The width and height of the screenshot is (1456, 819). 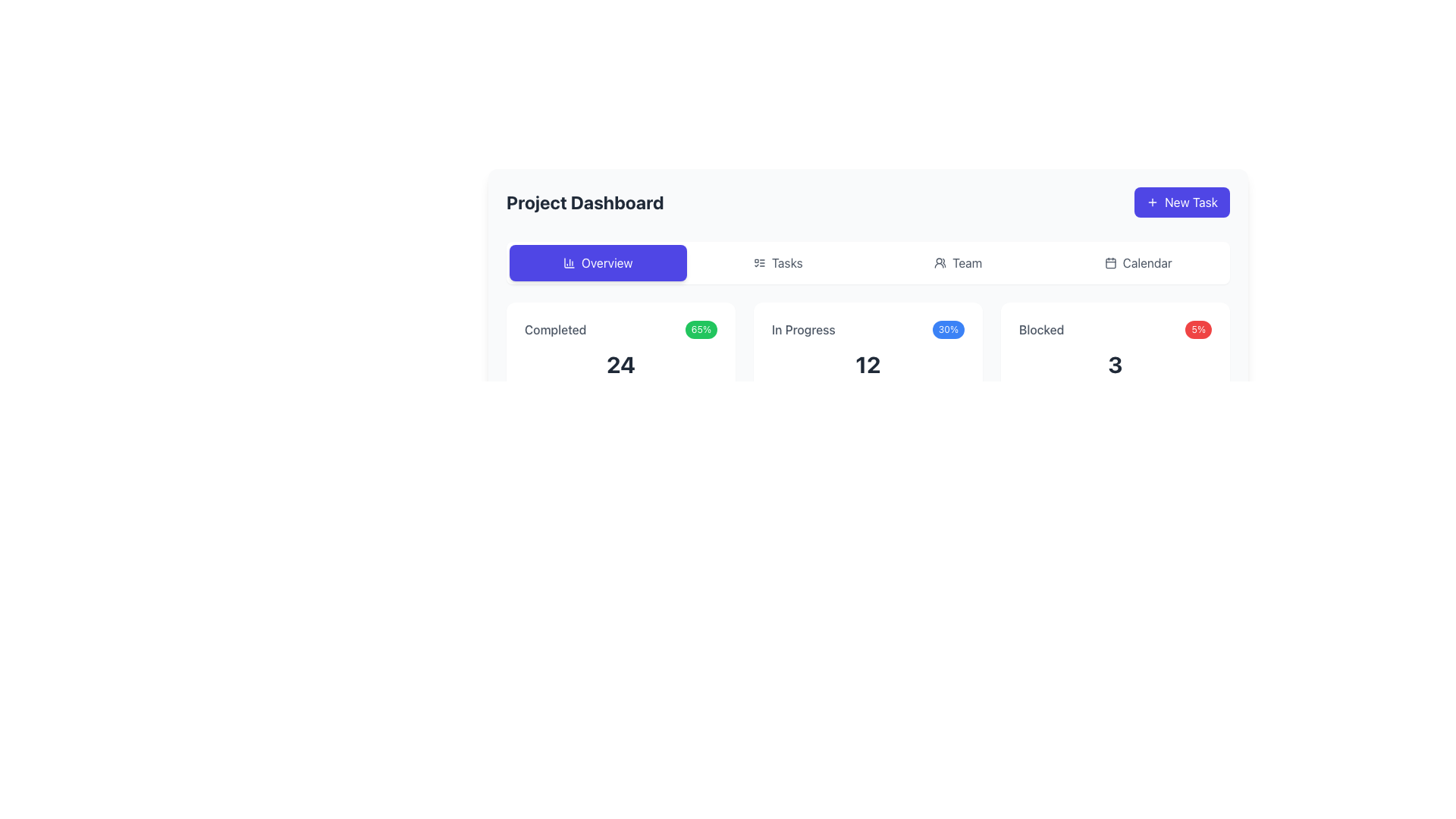 I want to click on the metrics panel that displays 'Completed' with a figure of '24' and a green circular badge showing '65%.', so click(x=621, y=359).